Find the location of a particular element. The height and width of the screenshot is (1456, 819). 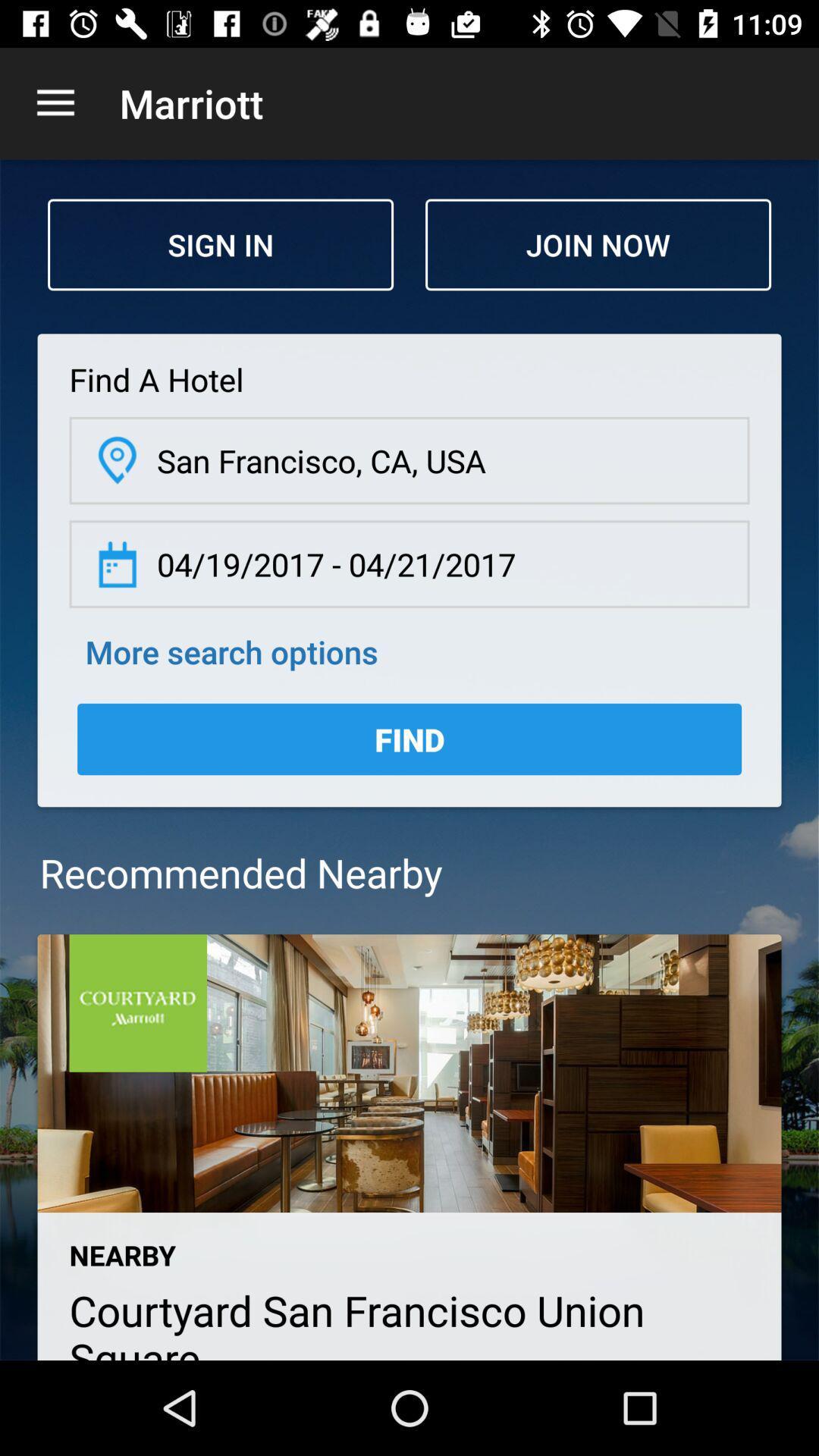

the join now item is located at coordinates (598, 244).